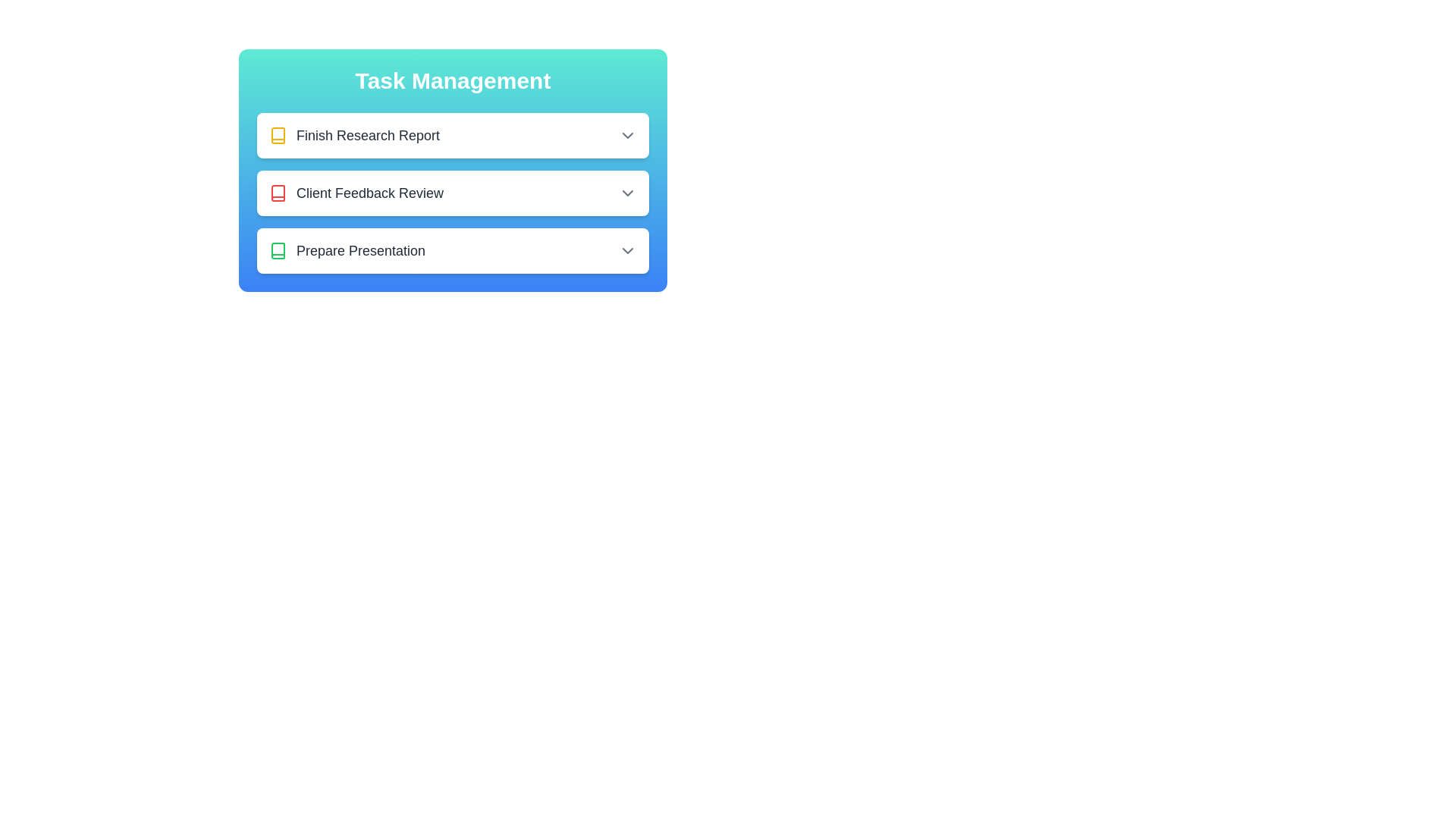 The image size is (1456, 819). What do you see at coordinates (628, 192) in the screenshot?
I see `the dropdown button for the task titled Client Feedback Review to toggle its details` at bounding box center [628, 192].